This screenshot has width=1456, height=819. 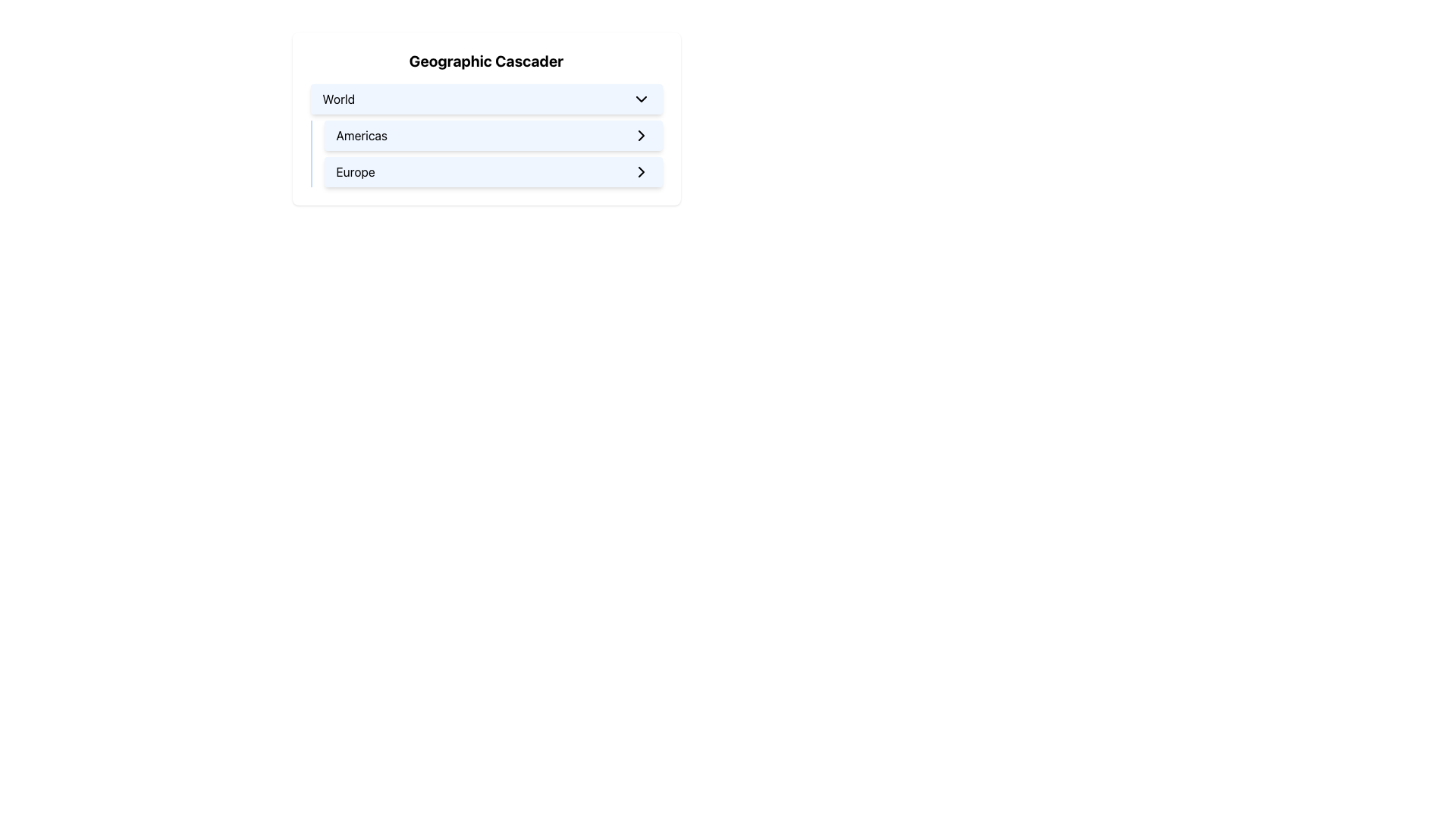 I want to click on the navigation icon associated with the 'Europe' button, so click(x=641, y=171).